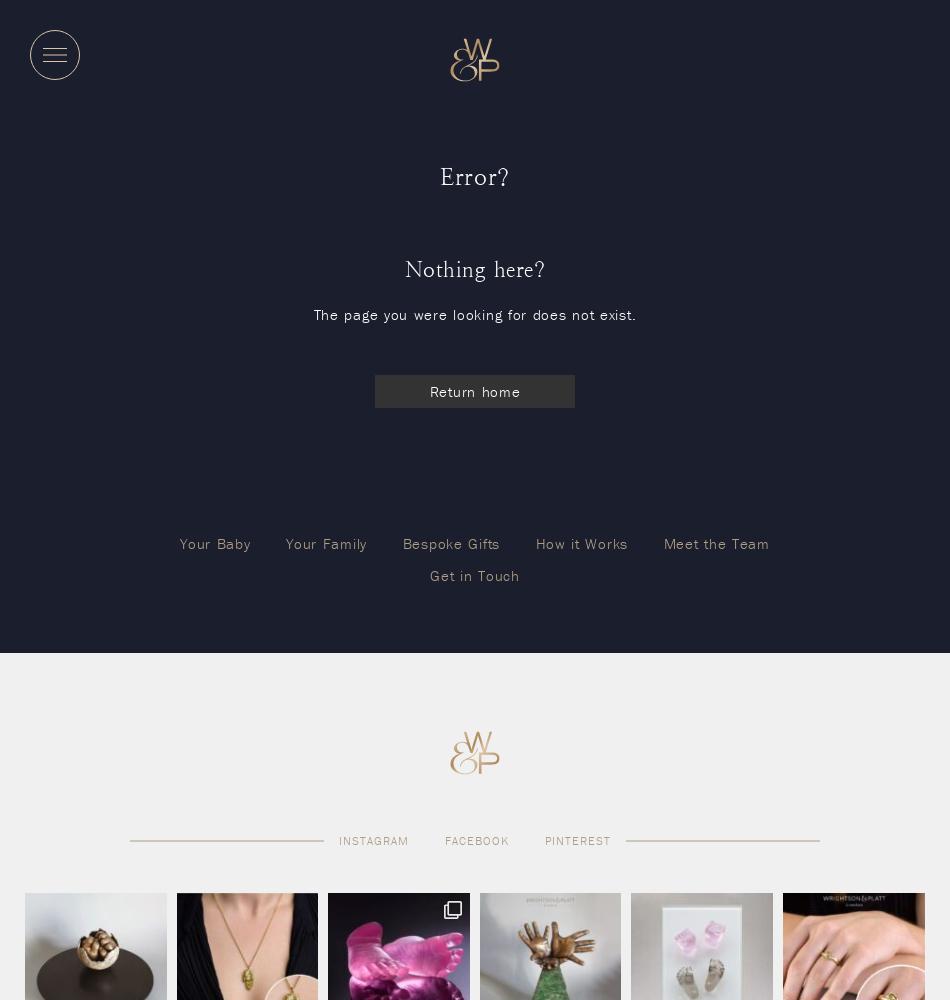 The height and width of the screenshot is (1000, 950). I want to click on 'Bespoke Gifts', so click(449, 542).